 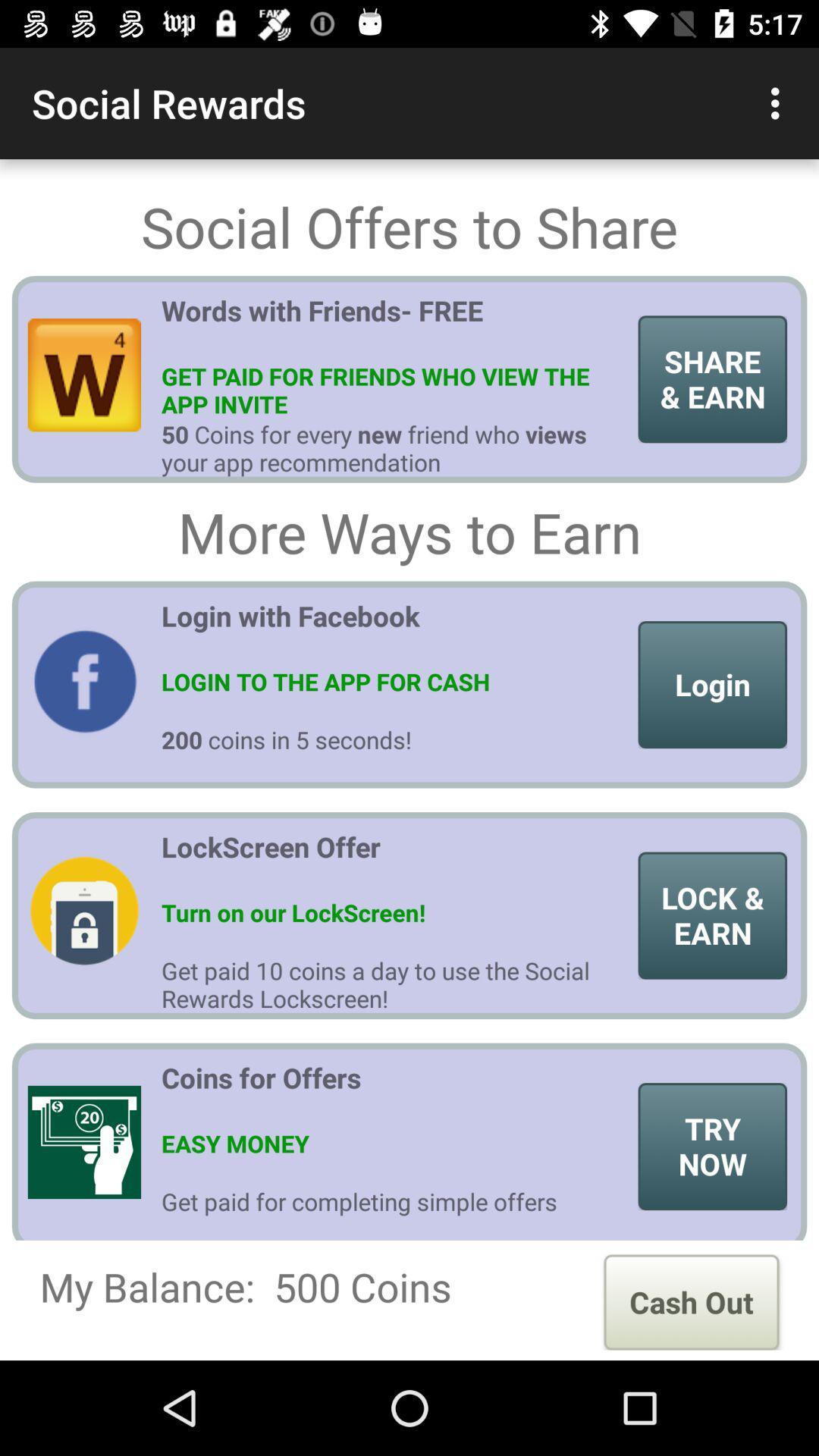 What do you see at coordinates (712, 1147) in the screenshot?
I see `try now` at bounding box center [712, 1147].